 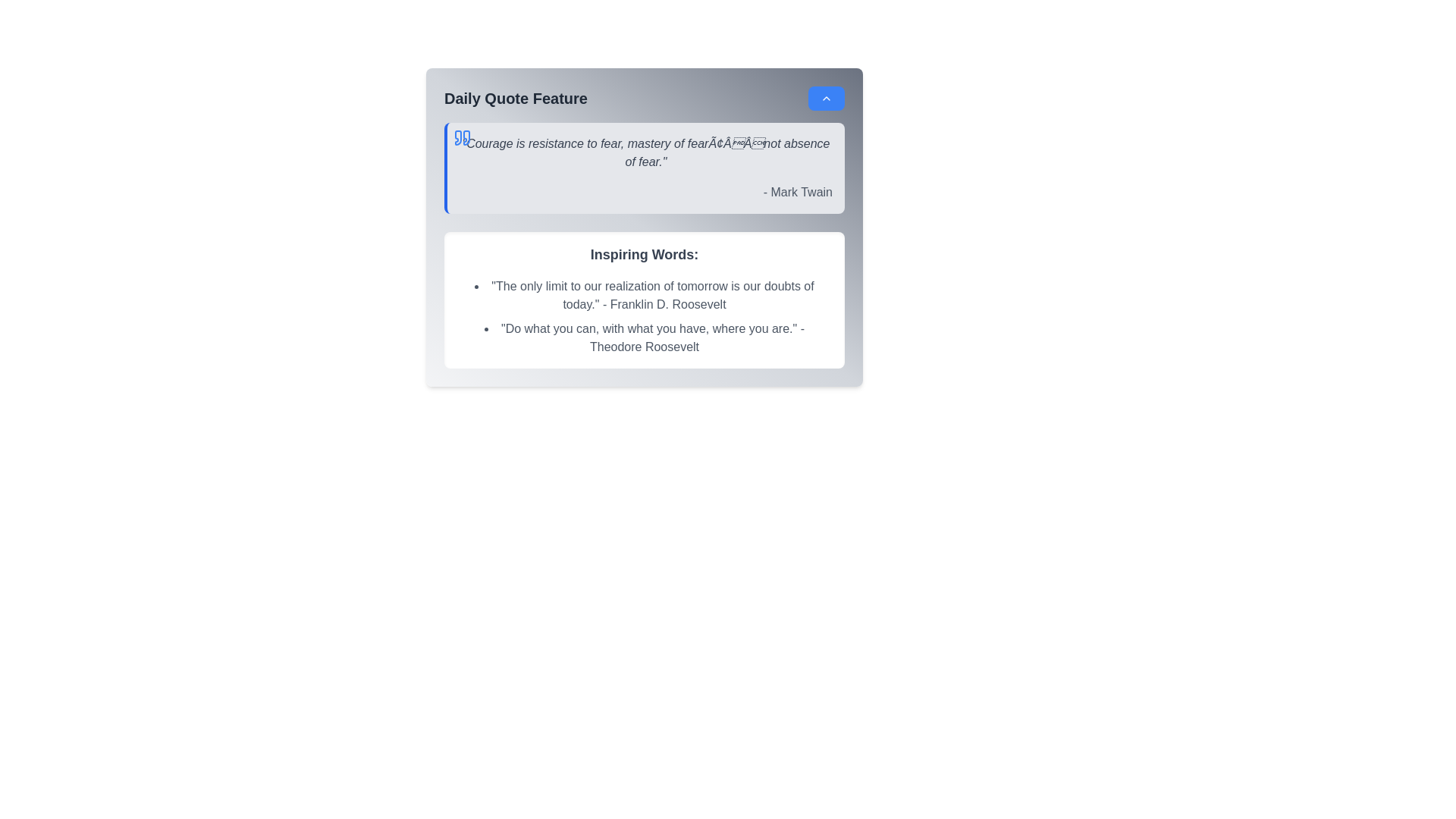 I want to click on text from the informational block displaying the daily inspirational quote located in the central part of the 'Daily Quote Feature' card, above the 'Inspiring Words' section, so click(x=644, y=168).